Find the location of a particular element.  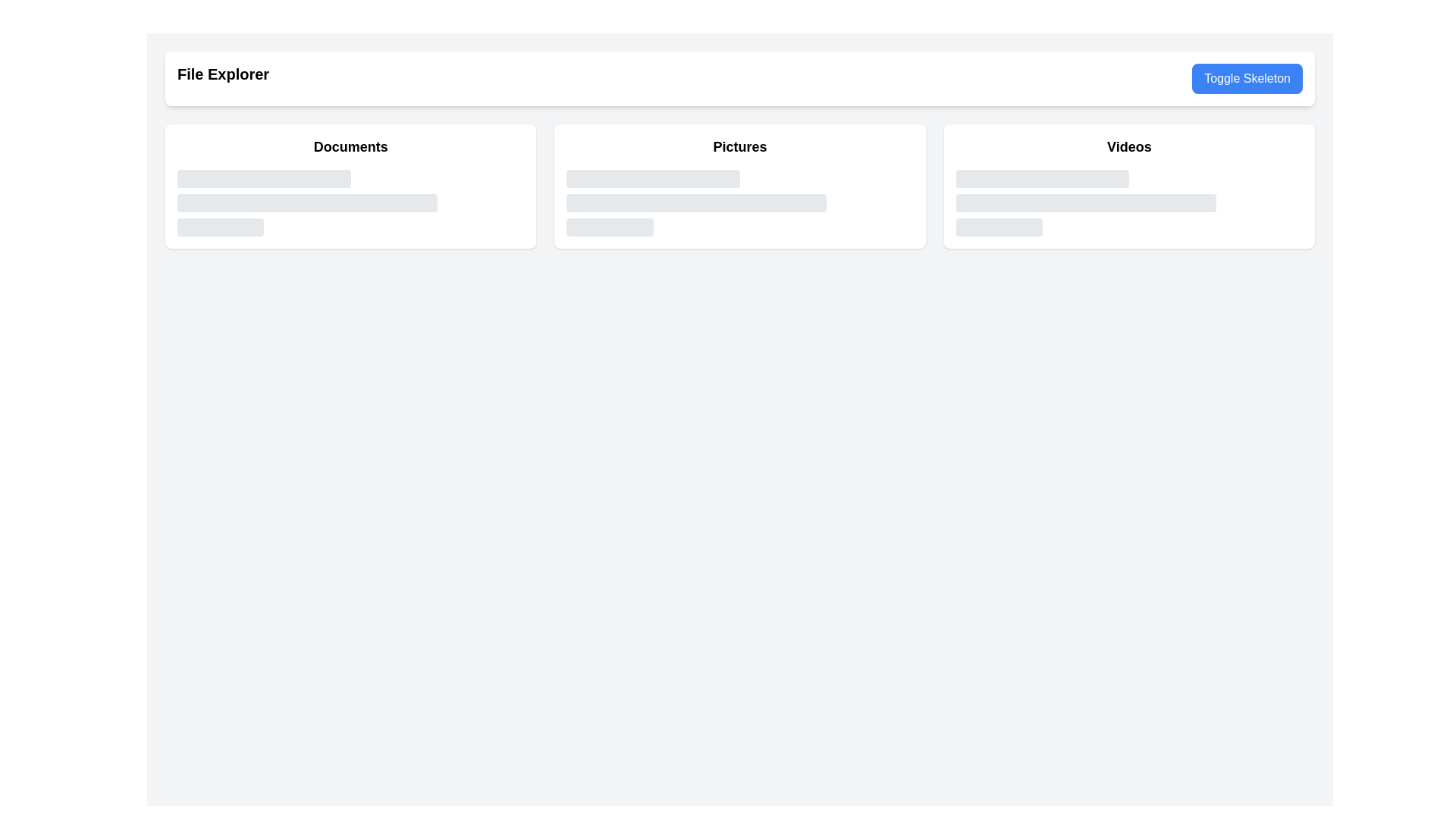

the loading skeleton bar, which is a rounded rectangular component located at the bottom of a group of three similar components in the 'Videos' section is located at coordinates (999, 227).